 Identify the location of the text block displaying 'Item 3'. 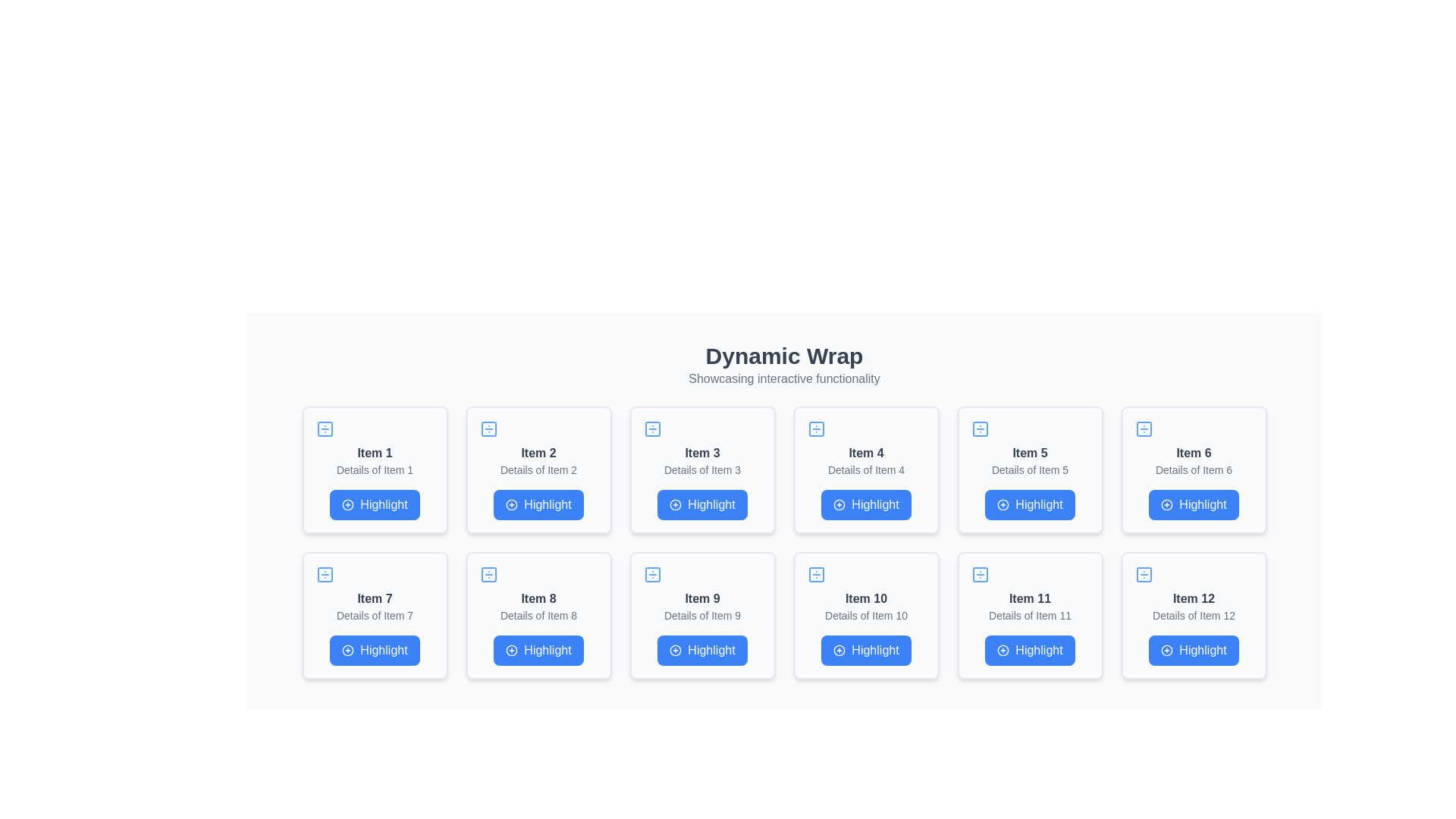
(701, 452).